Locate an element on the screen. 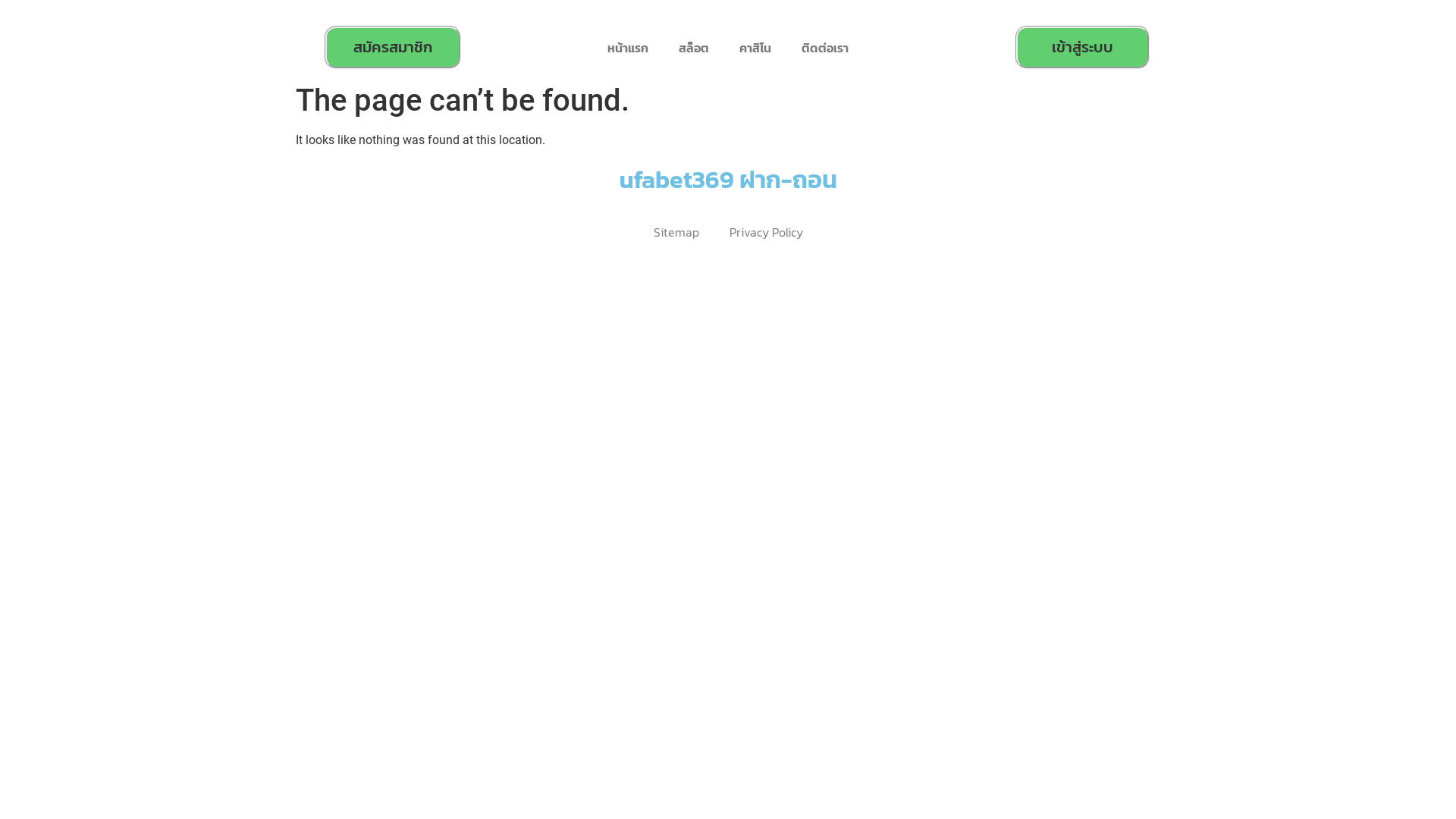  'Sitemap' is located at coordinates (676, 232).